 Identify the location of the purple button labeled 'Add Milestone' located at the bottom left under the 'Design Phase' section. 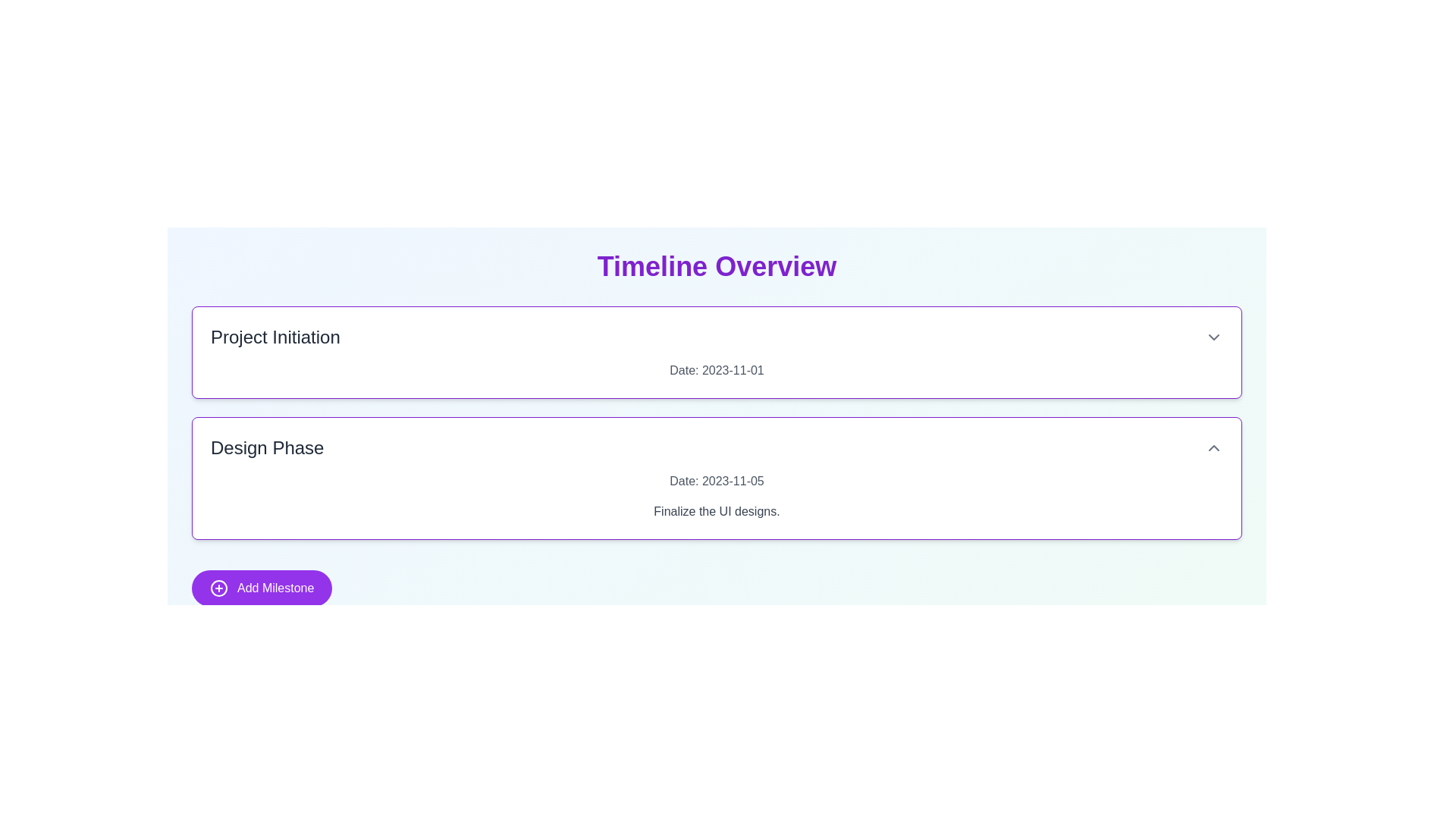
(262, 587).